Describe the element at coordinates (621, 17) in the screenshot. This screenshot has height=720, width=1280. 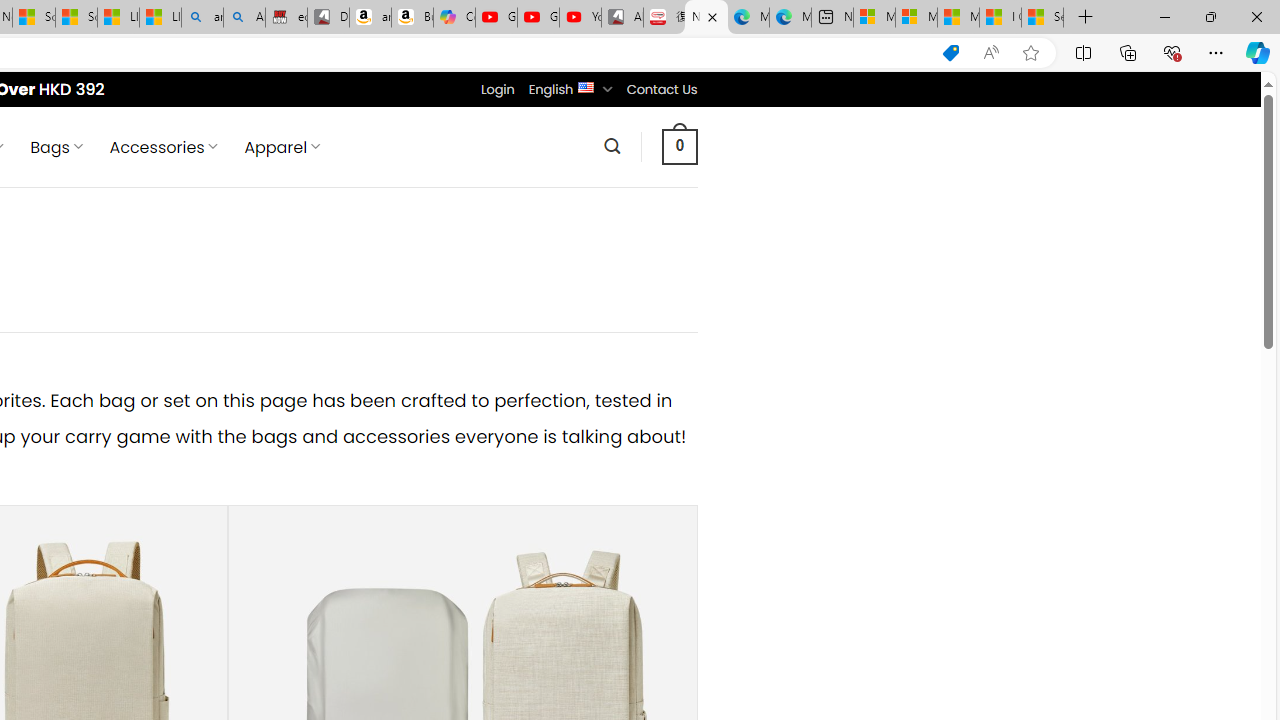
I see `'All Cubot phones'` at that location.